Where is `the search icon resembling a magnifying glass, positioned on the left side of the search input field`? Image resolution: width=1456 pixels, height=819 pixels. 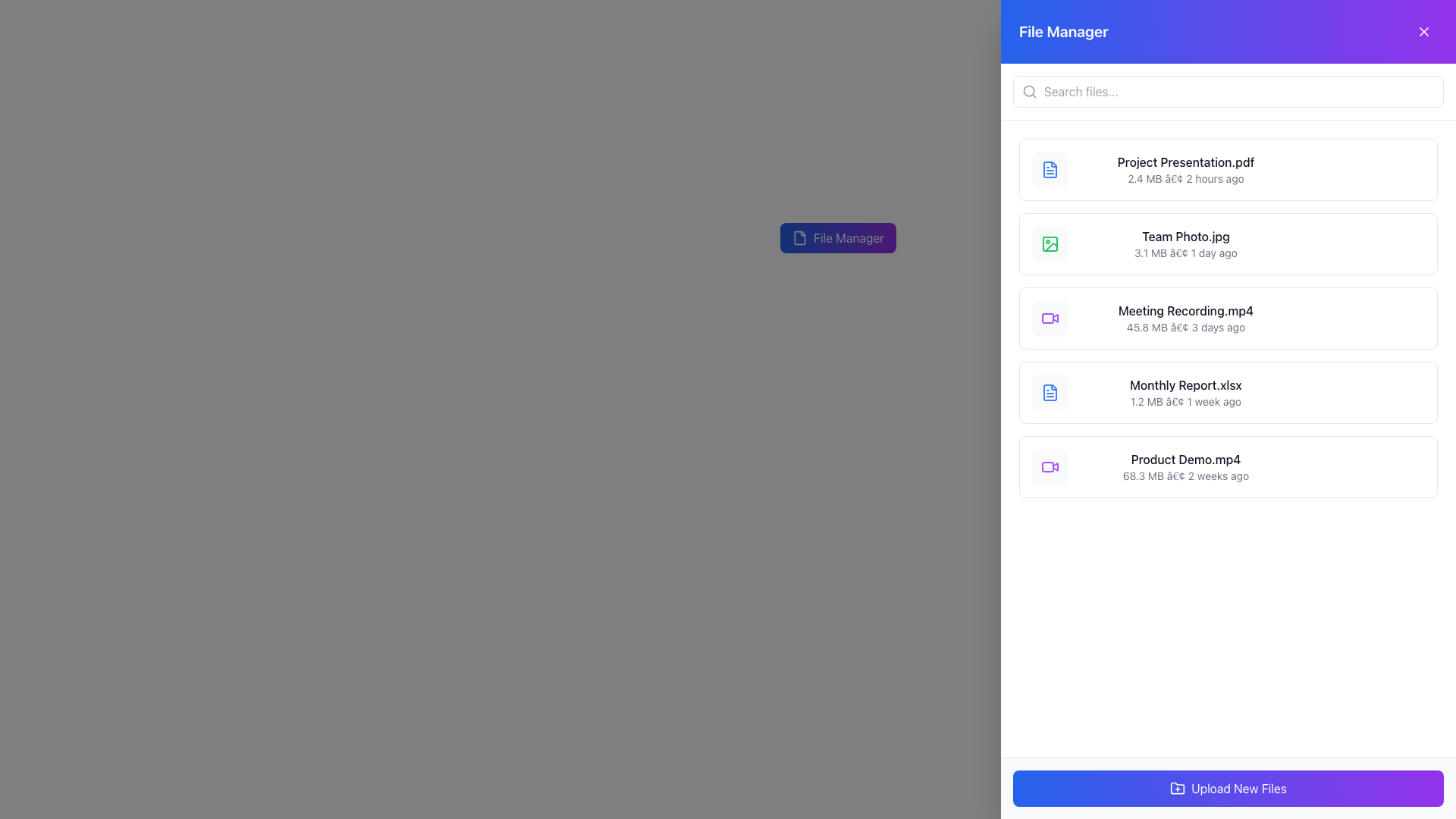 the search icon resembling a magnifying glass, positioned on the left side of the search input field is located at coordinates (1030, 91).